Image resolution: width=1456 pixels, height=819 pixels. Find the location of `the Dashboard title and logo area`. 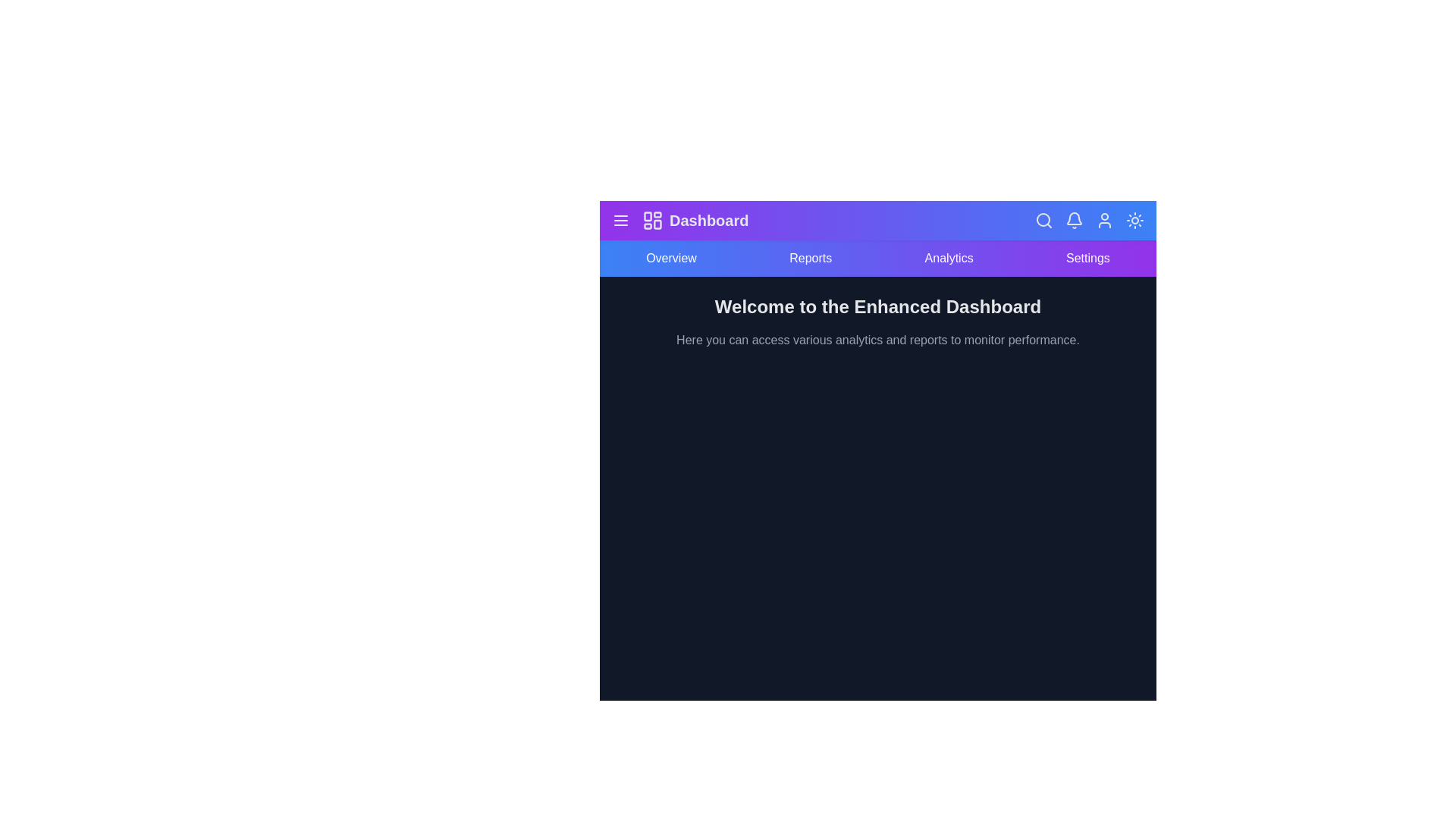

the Dashboard title and logo area is located at coordinates (694, 220).